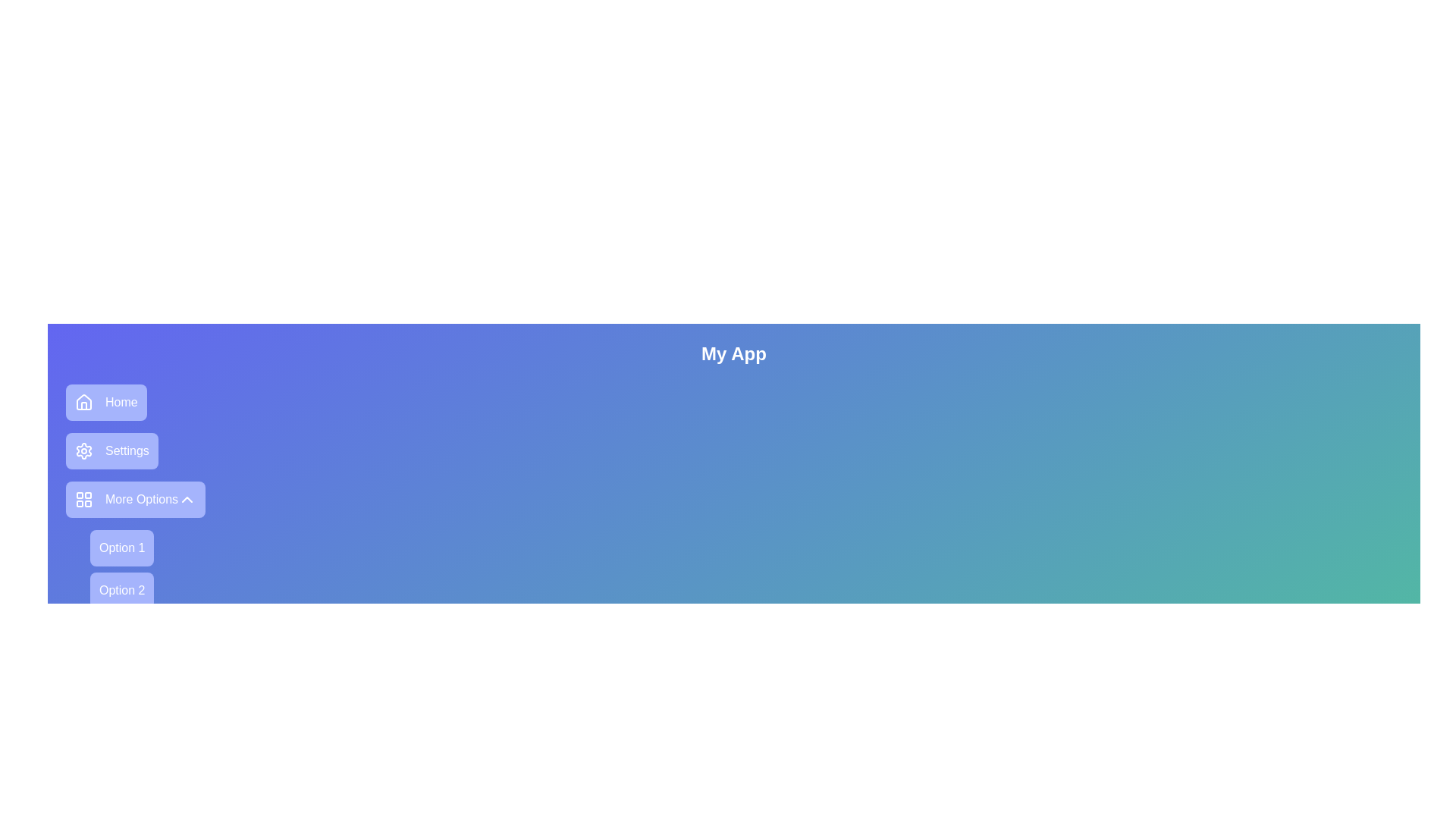  Describe the element at coordinates (135, 500) in the screenshot. I see `the toggle button located as the third option in the vertical list on the left side of the interface` at that location.